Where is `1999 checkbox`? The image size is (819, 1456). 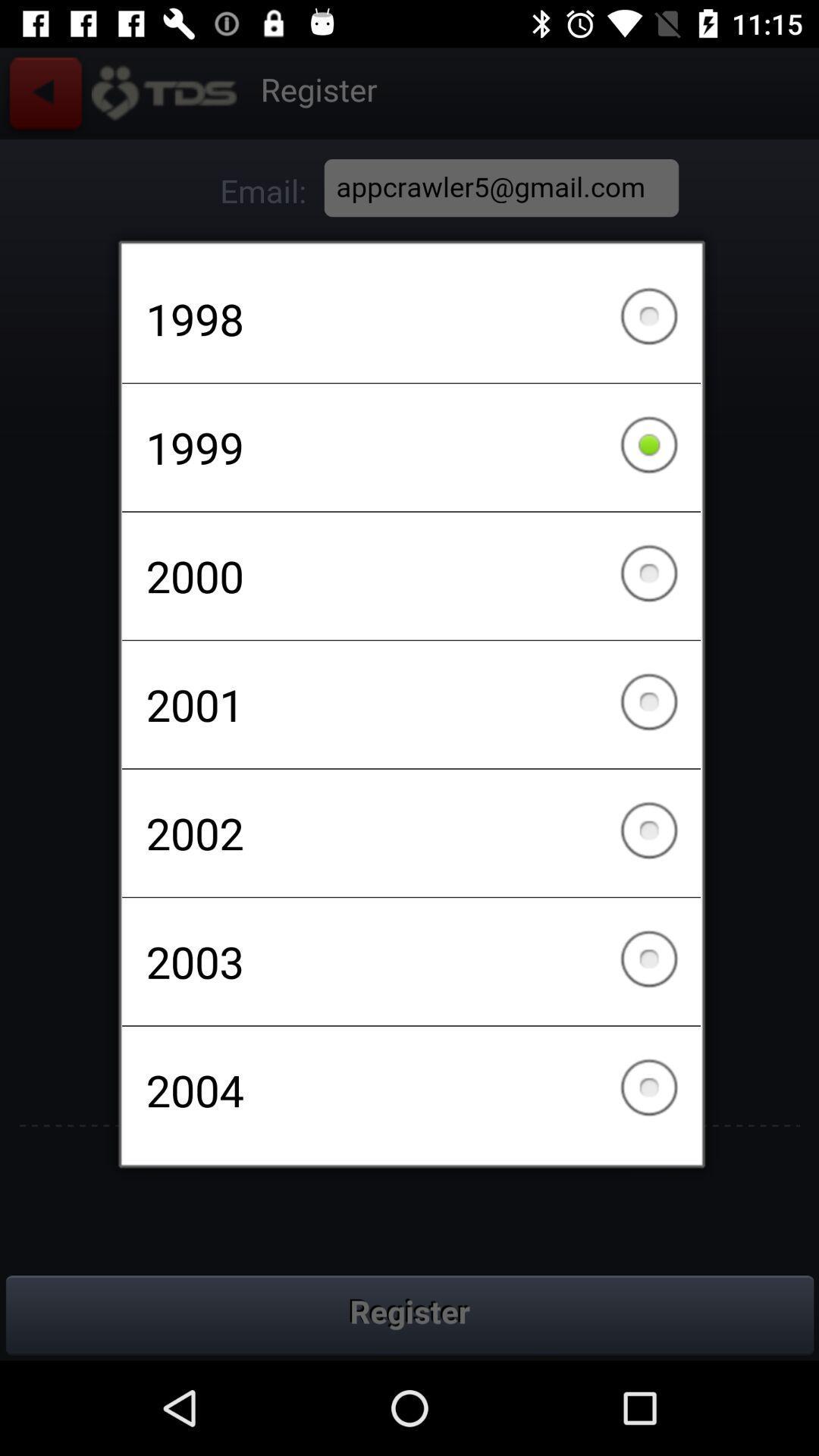 1999 checkbox is located at coordinates (411, 447).